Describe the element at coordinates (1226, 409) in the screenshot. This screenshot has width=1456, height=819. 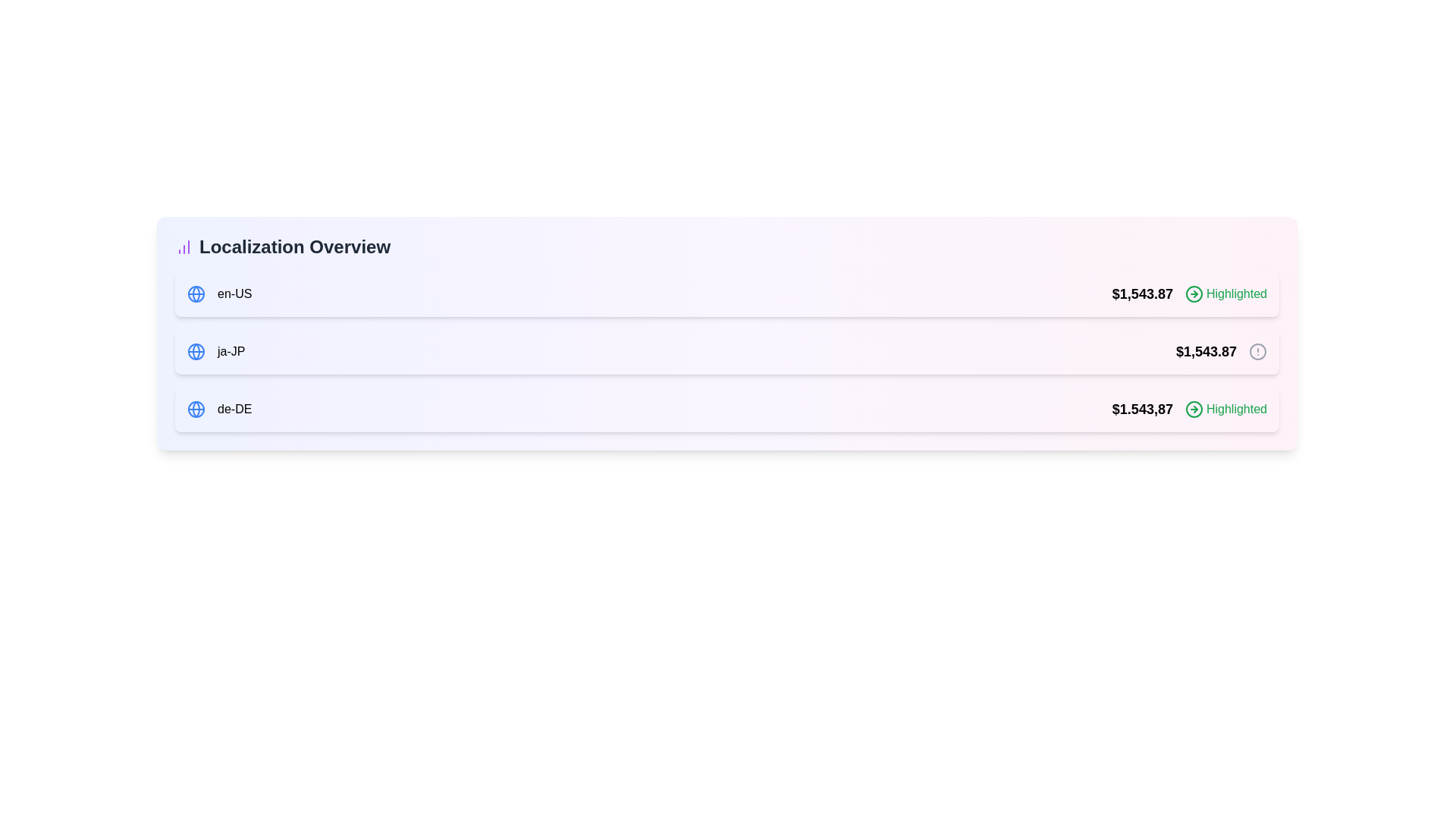
I see `the 'Highlighted' label with a green color and a circular arrow icon on its left side, located in the third entry of the list, adjacent to the value '$1,543.87'` at that location.